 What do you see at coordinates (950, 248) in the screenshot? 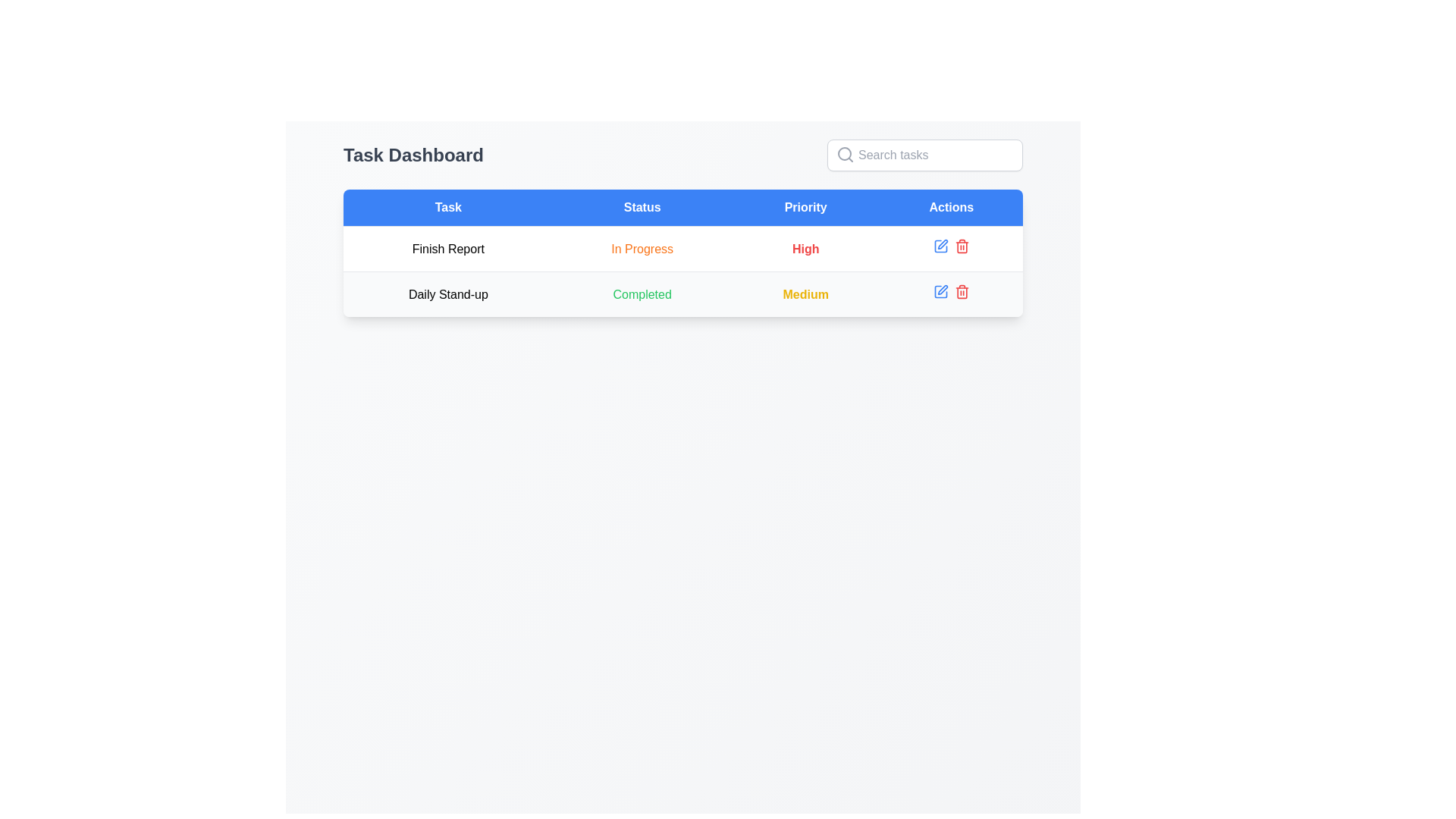
I see `the blue edit icon in the 'Actions' column of the table row corresponding to the 'Finish Report' task` at bounding box center [950, 248].